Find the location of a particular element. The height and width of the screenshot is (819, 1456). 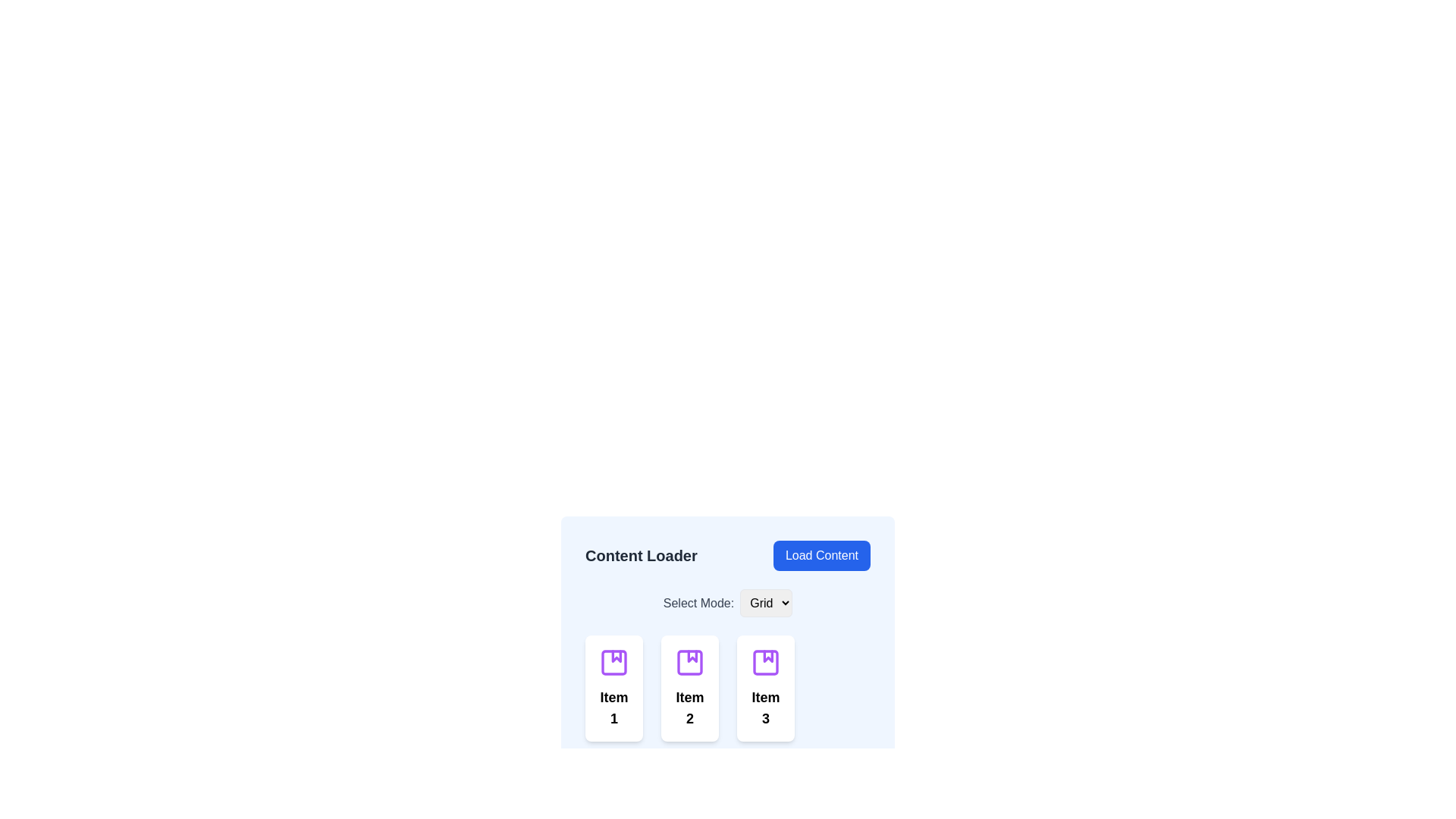

the static text label that displays 'Item 2', which is styled with a bold font and located within a rounded card with a shadow effect is located at coordinates (689, 708).